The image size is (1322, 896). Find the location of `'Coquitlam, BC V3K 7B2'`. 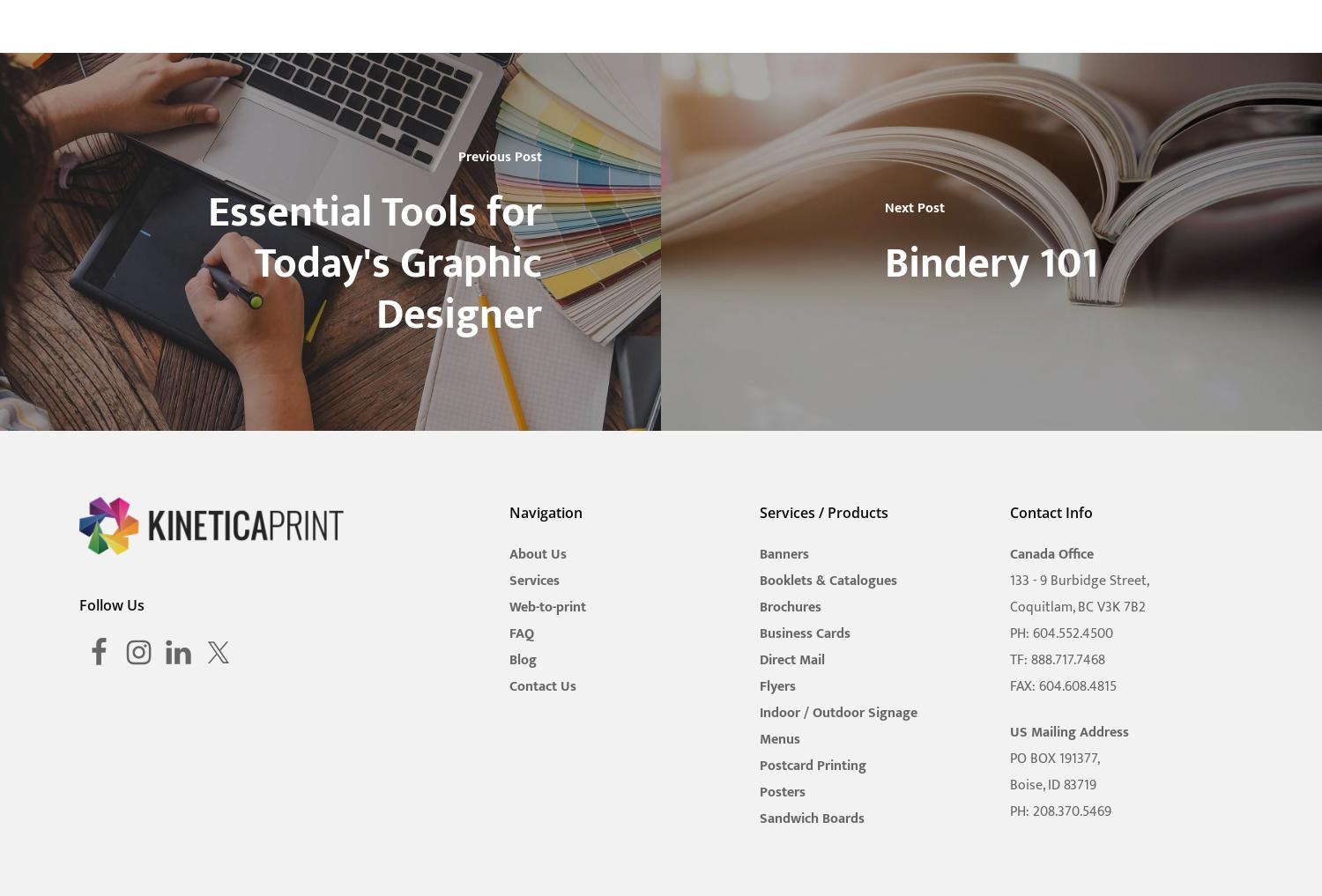

'Coquitlam, BC V3K 7B2' is located at coordinates (1008, 606).